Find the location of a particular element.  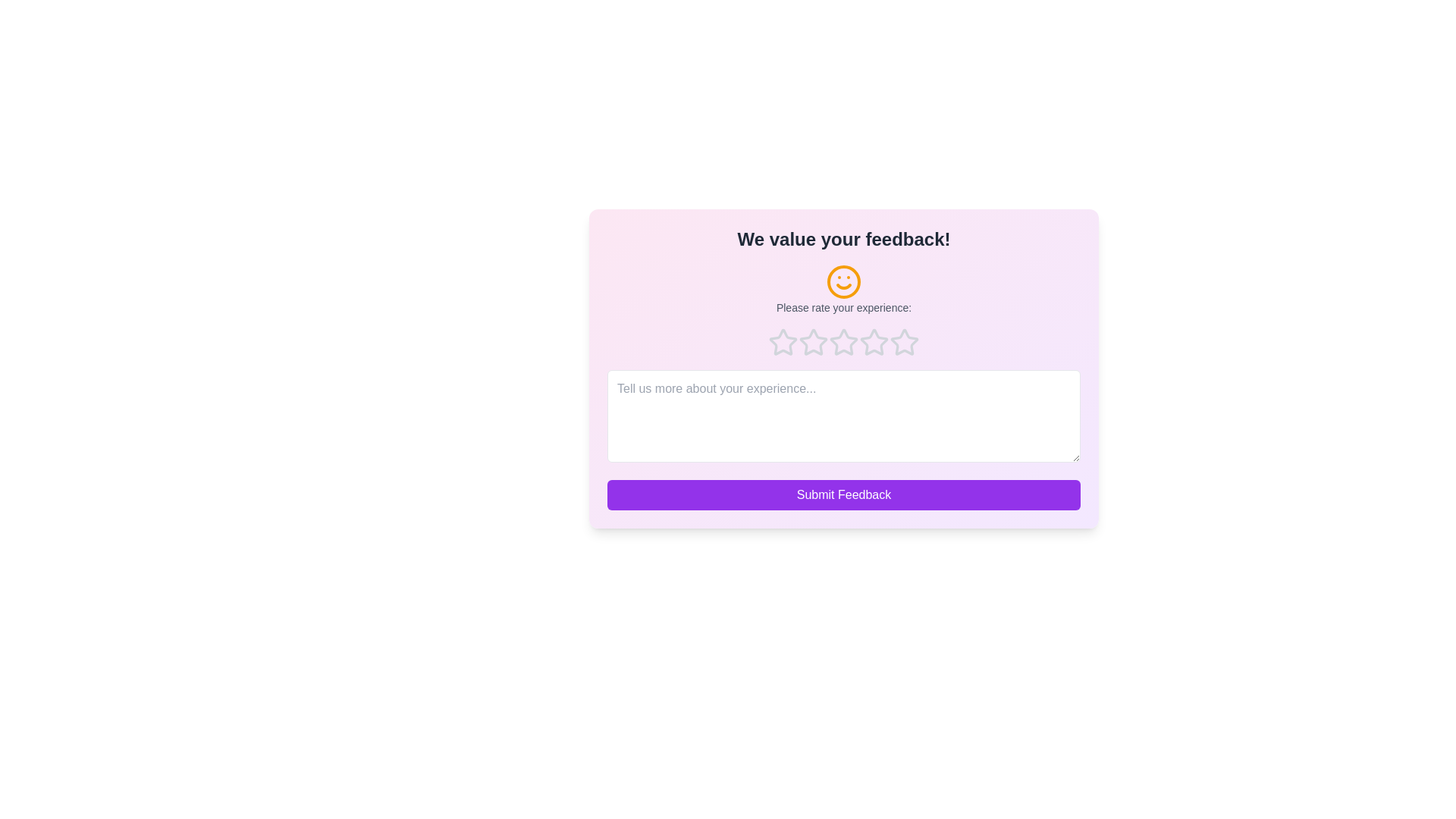

the first gray star icon in the rating interface is located at coordinates (783, 342).